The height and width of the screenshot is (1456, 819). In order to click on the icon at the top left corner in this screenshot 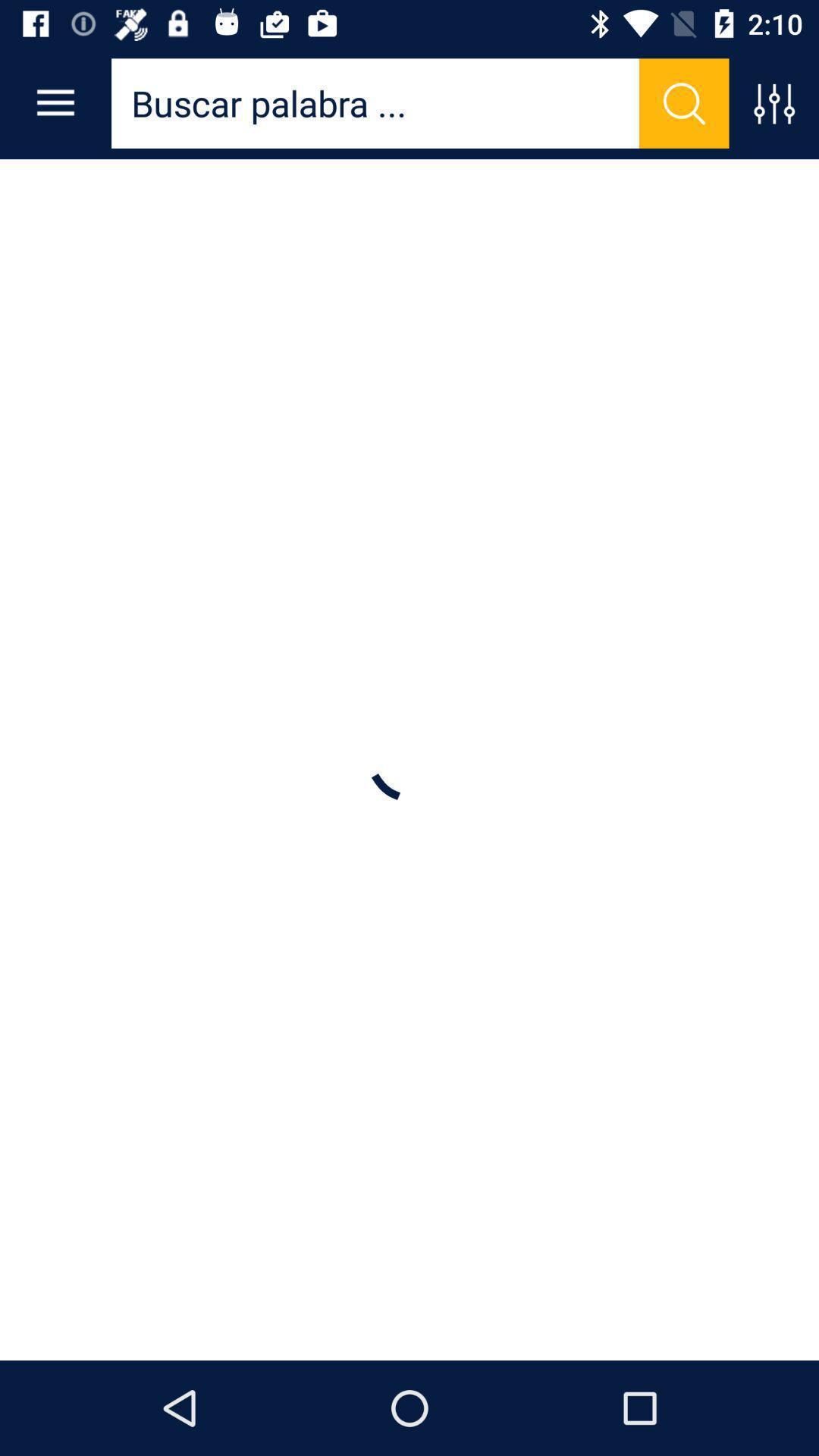, I will do `click(55, 102)`.